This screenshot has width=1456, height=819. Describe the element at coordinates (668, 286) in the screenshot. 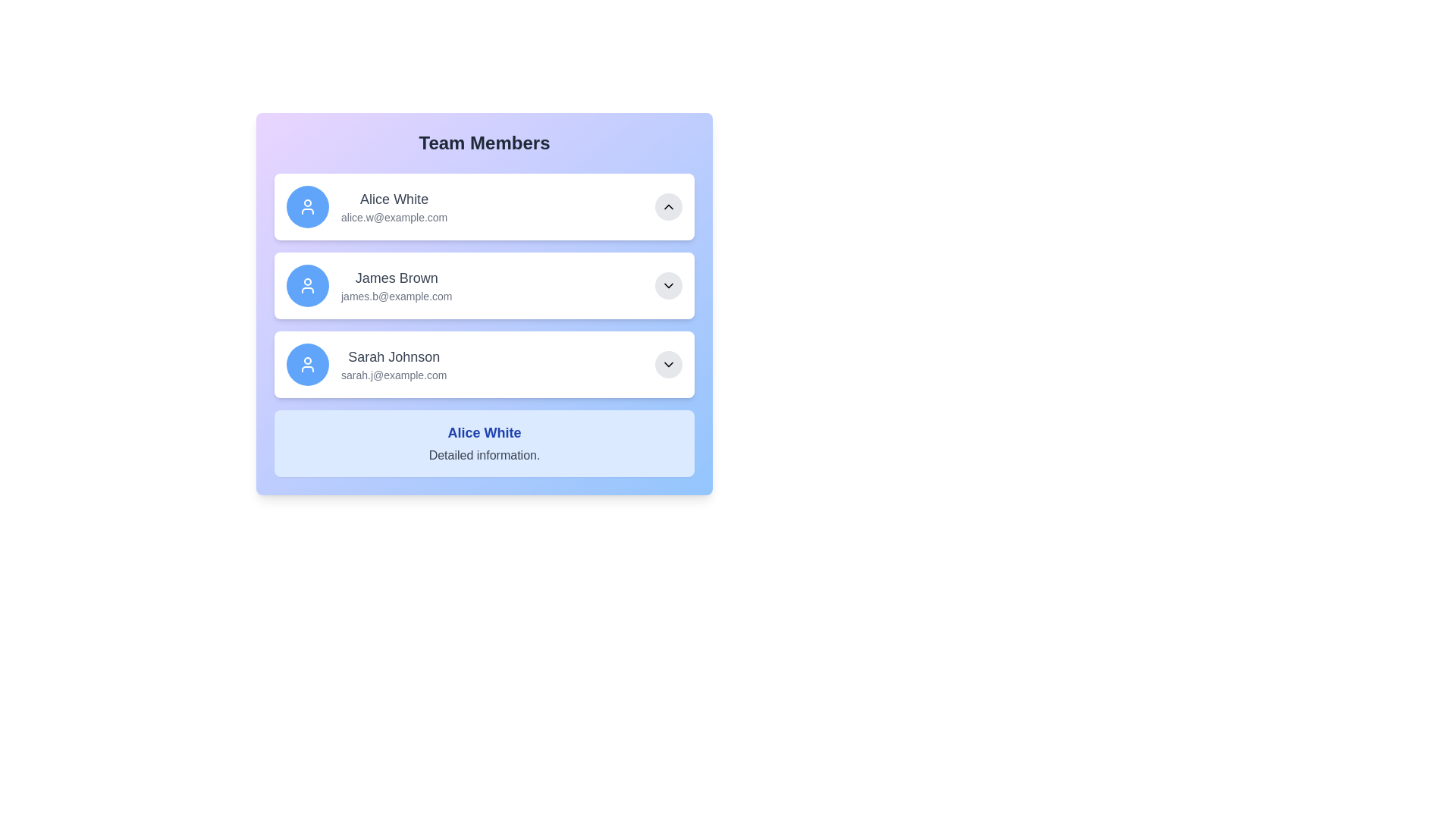

I see `the circular button icon located at the far right of the list item's header for 'James Brown' to observe visual feedback` at that location.